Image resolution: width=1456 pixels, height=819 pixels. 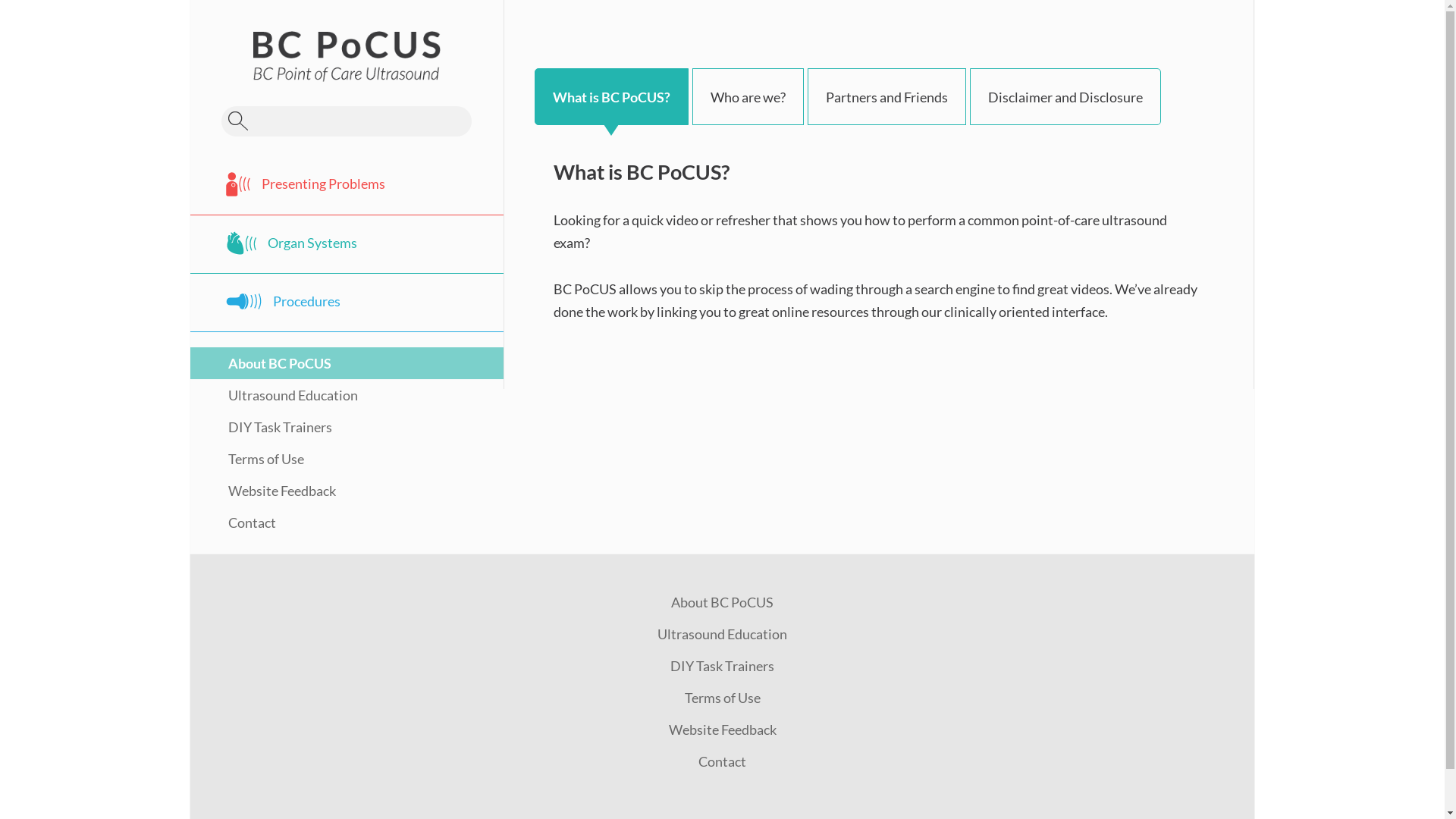 What do you see at coordinates (232, 522) in the screenshot?
I see `'Contact'` at bounding box center [232, 522].